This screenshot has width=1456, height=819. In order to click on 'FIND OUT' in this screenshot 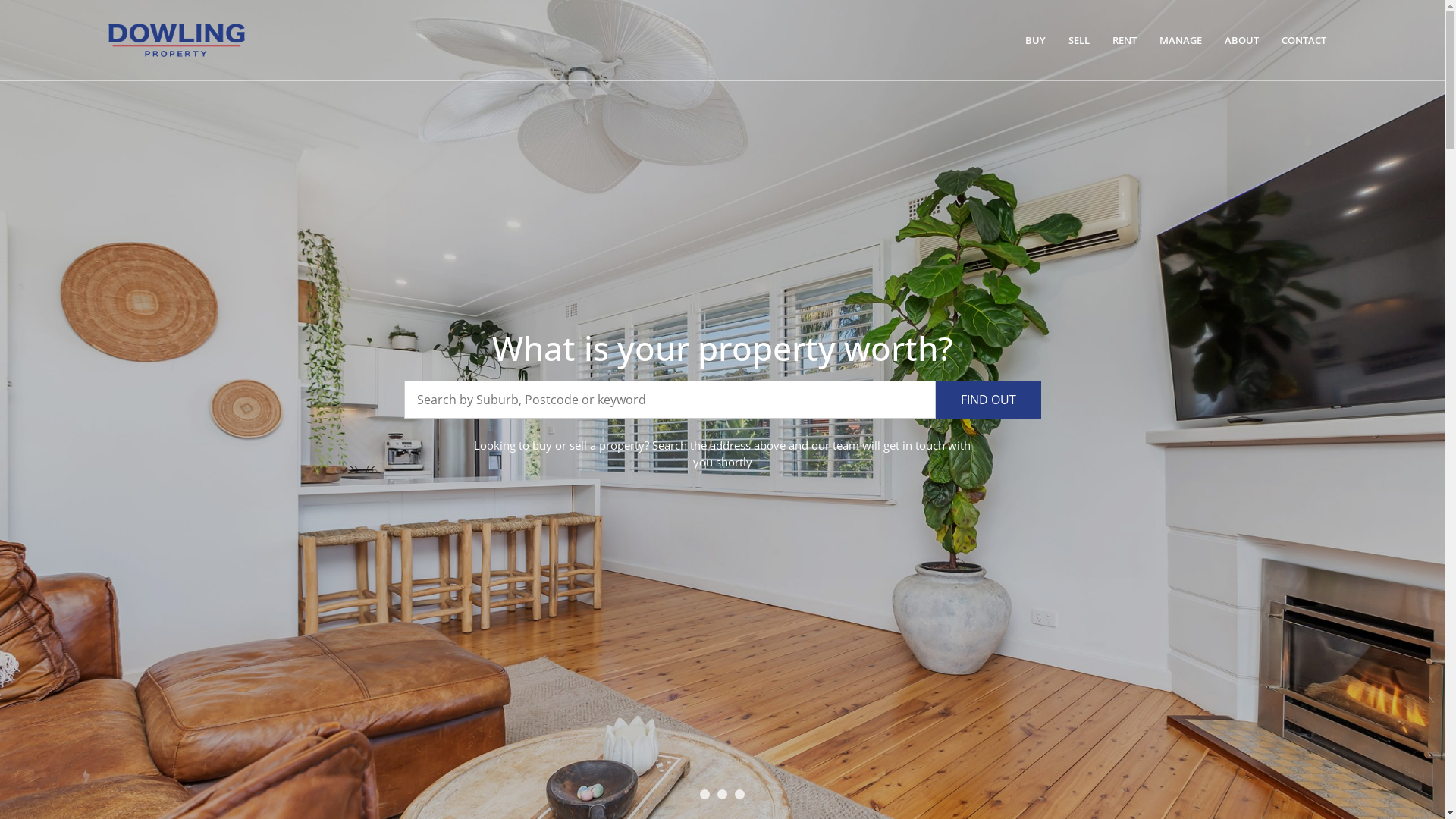, I will do `click(988, 399)`.